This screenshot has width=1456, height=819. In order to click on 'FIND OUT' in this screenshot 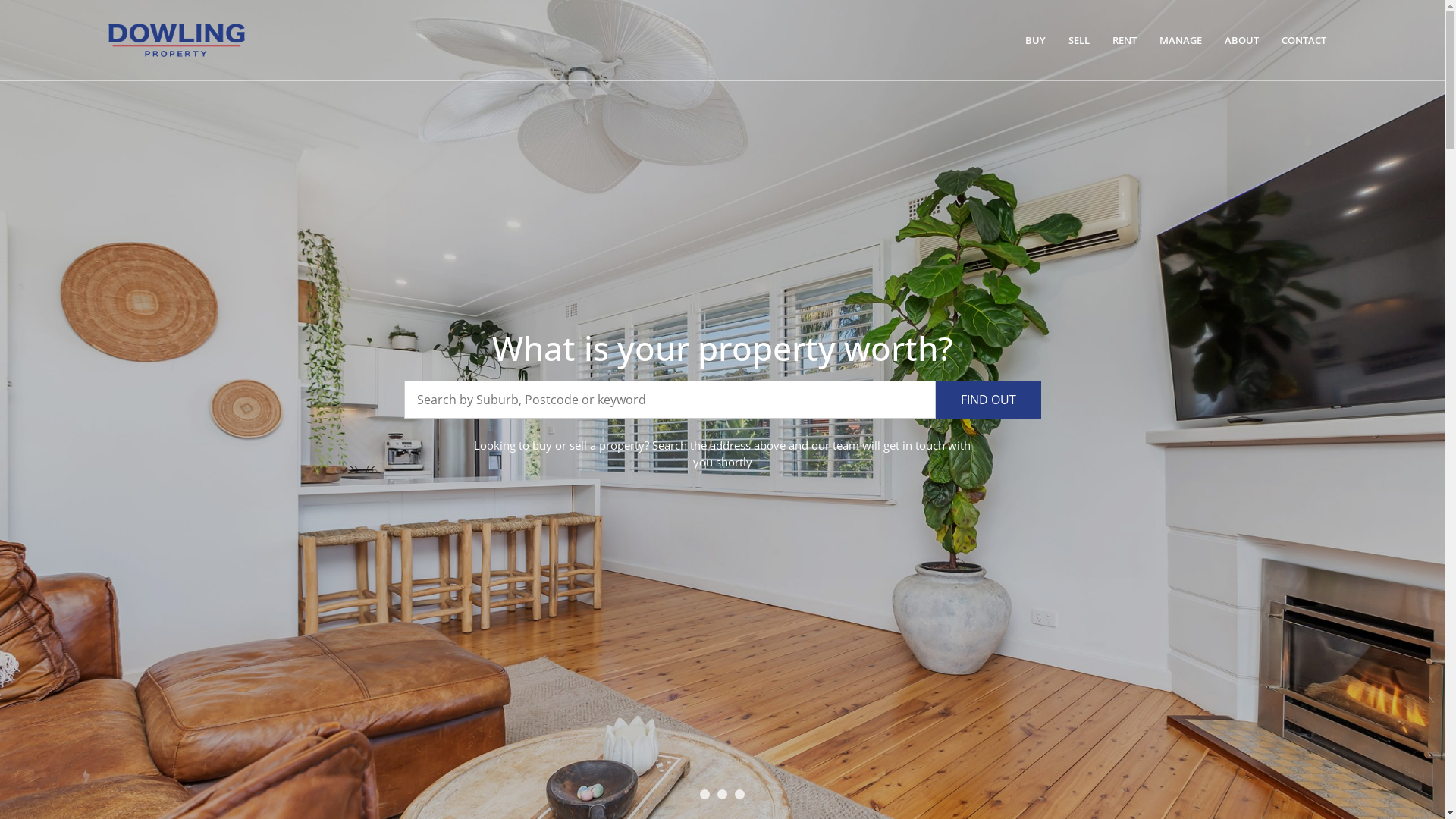, I will do `click(988, 399)`.